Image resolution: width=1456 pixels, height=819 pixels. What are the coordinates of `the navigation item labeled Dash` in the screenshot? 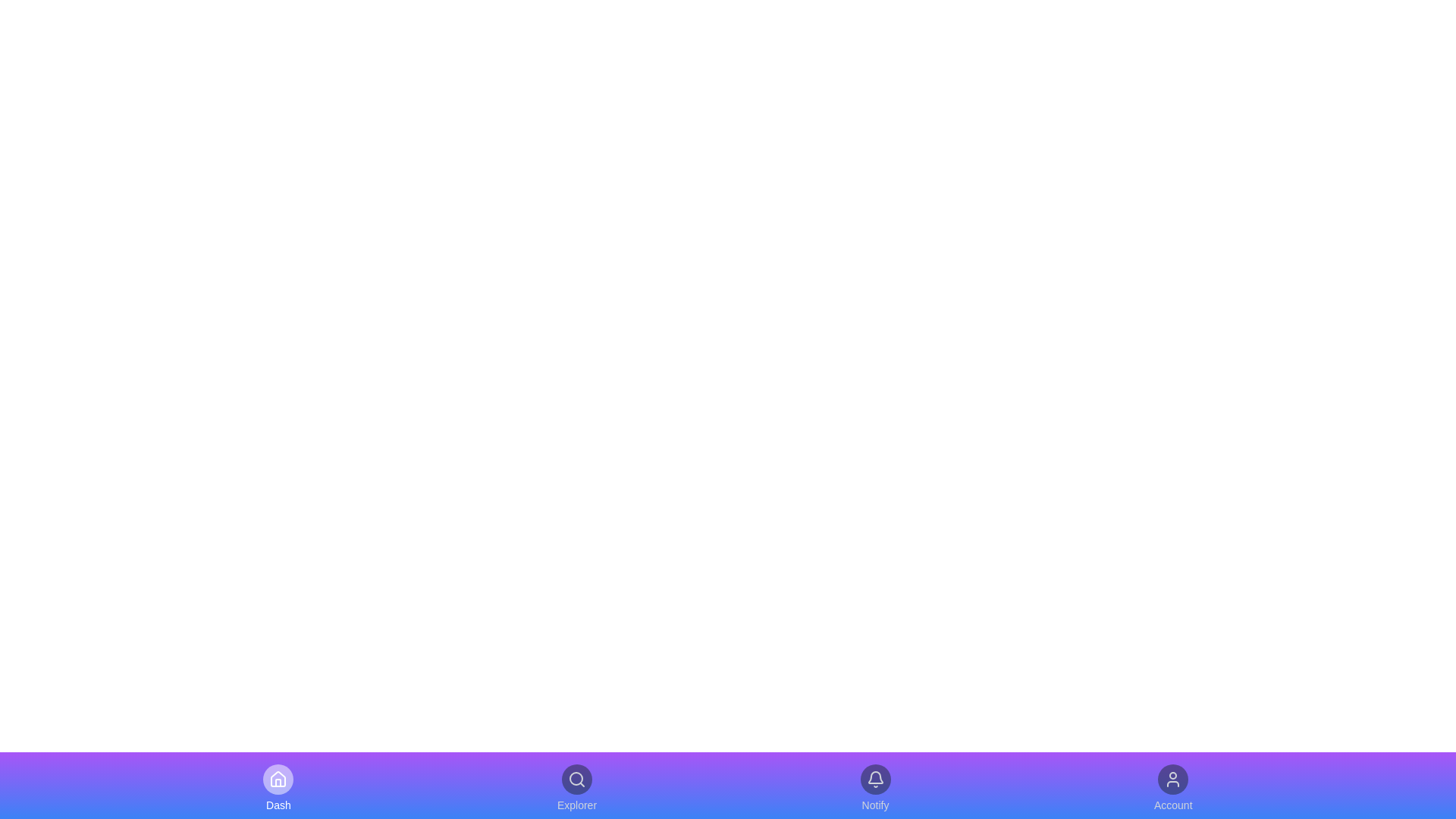 It's located at (278, 788).